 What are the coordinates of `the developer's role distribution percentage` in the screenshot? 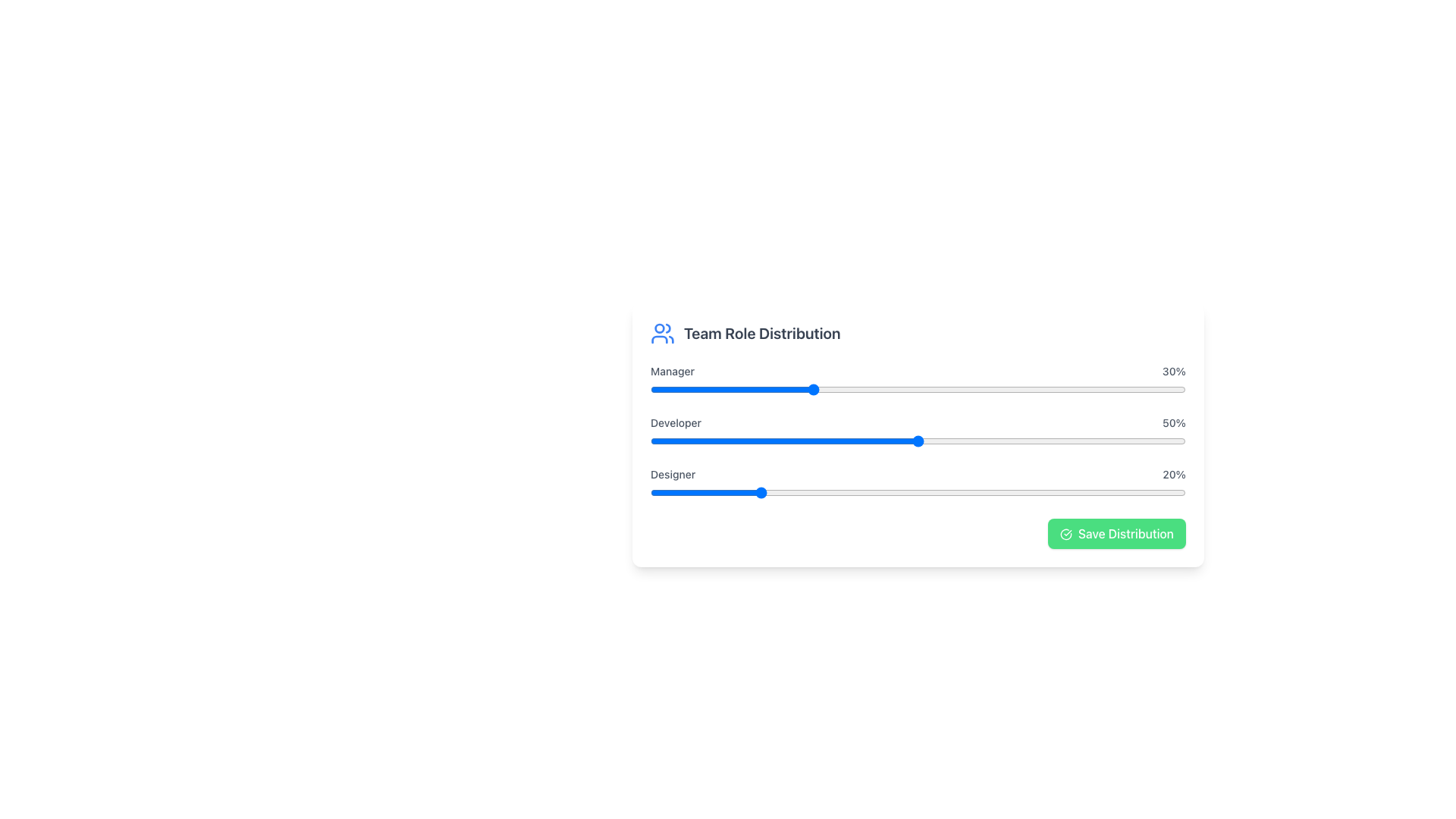 It's located at (971, 441).